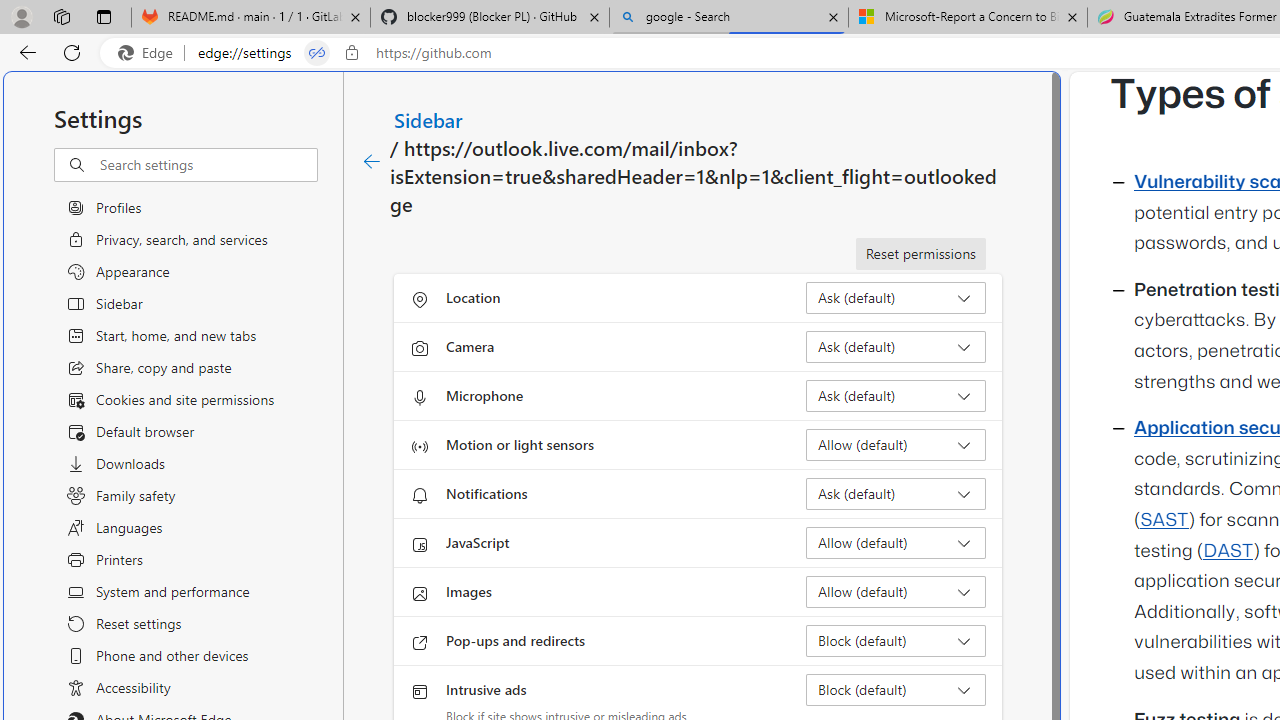 The height and width of the screenshot is (720, 1280). Describe the element at coordinates (895, 493) in the screenshot. I see `'Notifications Ask (default)'` at that location.